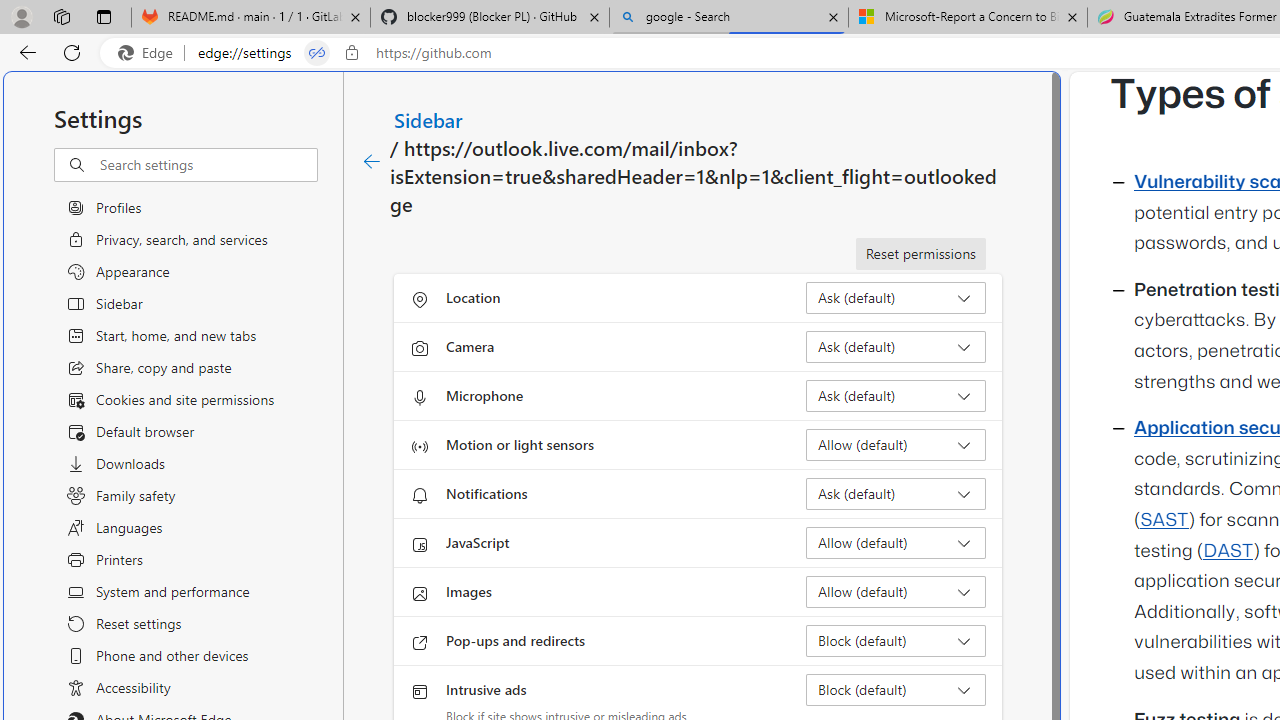 The height and width of the screenshot is (720, 1280). Describe the element at coordinates (895, 493) in the screenshot. I see `'Notifications Ask (default)'` at that location.